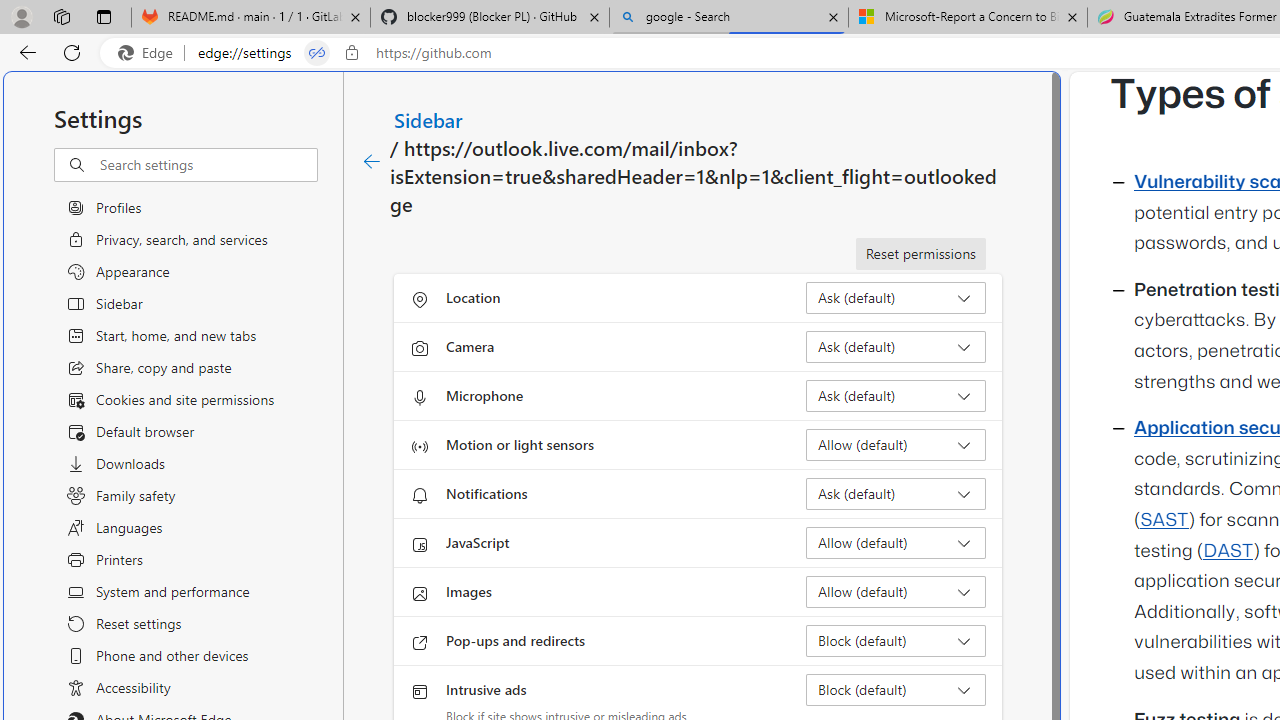 The height and width of the screenshot is (720, 1280). Describe the element at coordinates (895, 493) in the screenshot. I see `'Notifications Ask (default)'` at that location.